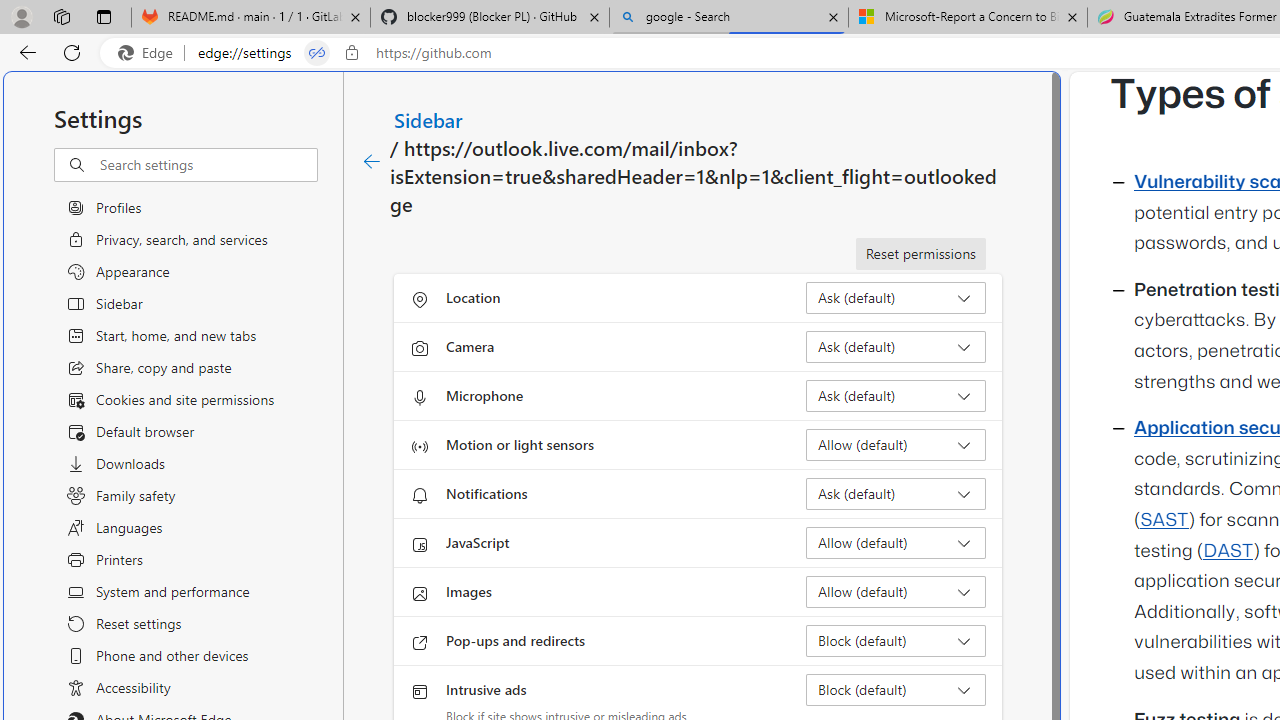 The height and width of the screenshot is (720, 1280). Describe the element at coordinates (895, 493) in the screenshot. I see `'Notifications Ask (default)'` at that location.